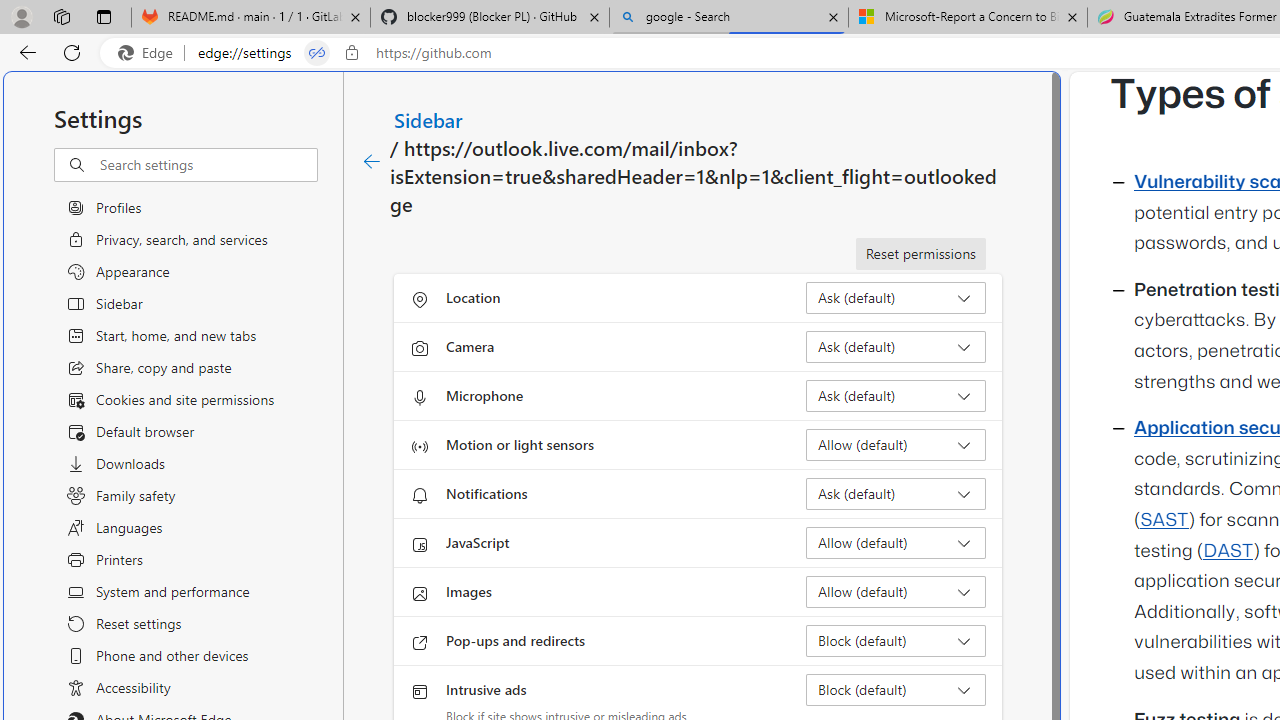 The height and width of the screenshot is (720, 1280). Describe the element at coordinates (895, 493) in the screenshot. I see `'Notifications Ask (default)'` at that location.